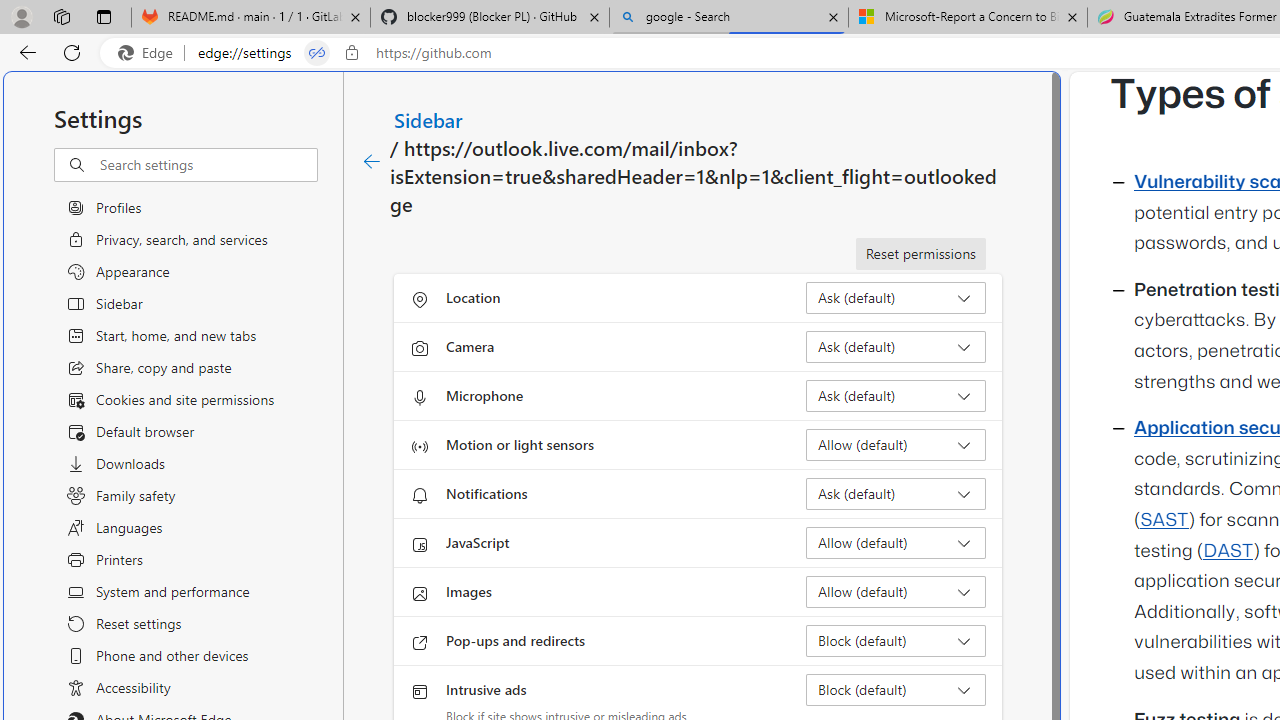 The height and width of the screenshot is (720, 1280). Describe the element at coordinates (895, 493) in the screenshot. I see `'Notifications Ask (default)'` at that location.